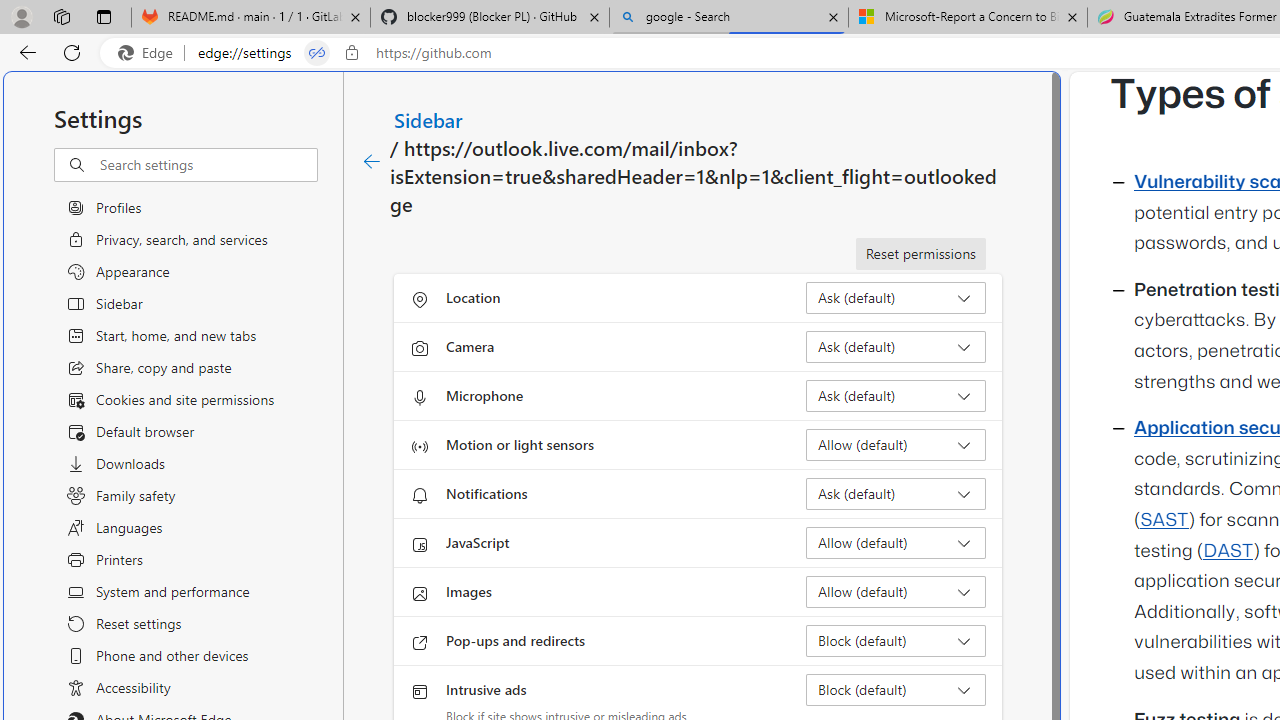 The height and width of the screenshot is (720, 1280). Describe the element at coordinates (895, 493) in the screenshot. I see `'Notifications Ask (default)'` at that location.